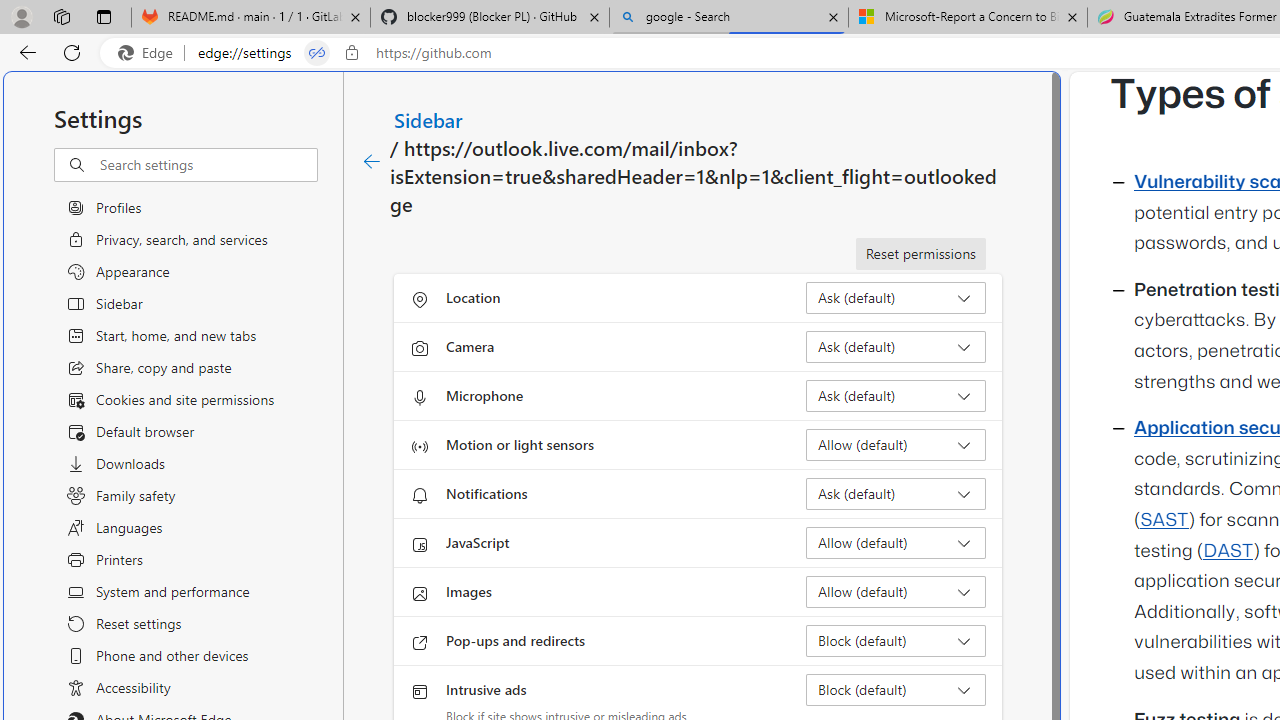 The height and width of the screenshot is (720, 1280). Describe the element at coordinates (895, 493) in the screenshot. I see `'Notifications Ask (default)'` at that location.